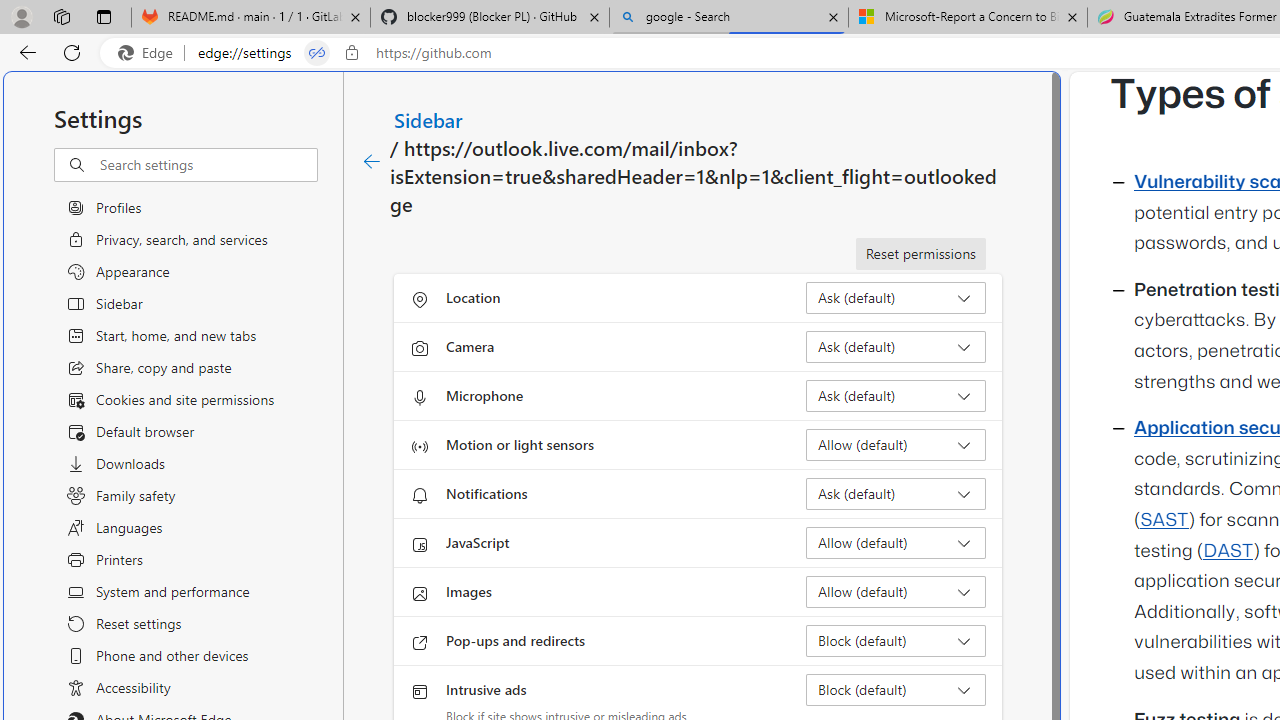 The height and width of the screenshot is (720, 1280). Describe the element at coordinates (895, 493) in the screenshot. I see `'Notifications Ask (default)'` at that location.